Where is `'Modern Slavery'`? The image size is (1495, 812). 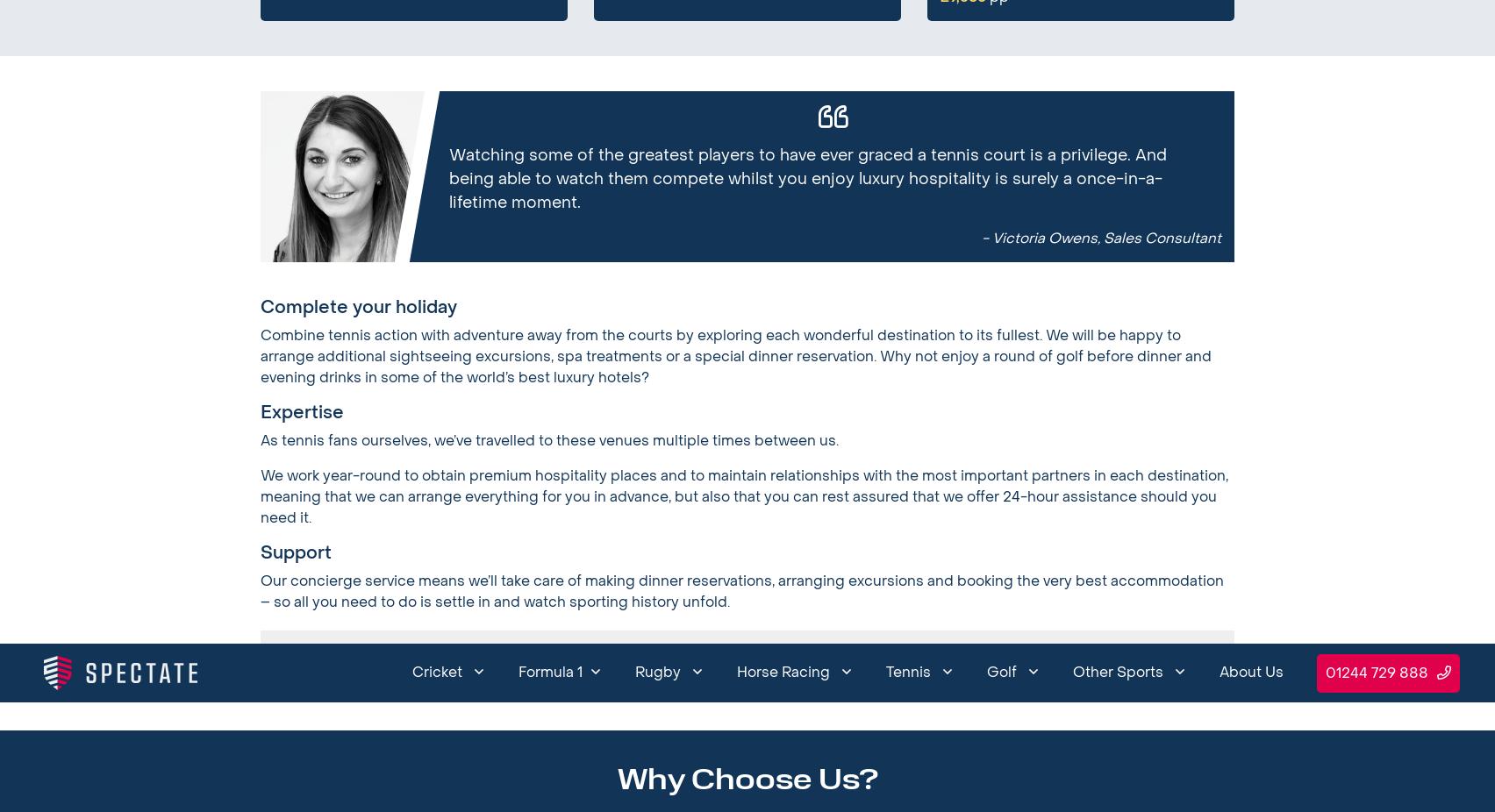
'Modern Slavery' is located at coordinates (779, 61).